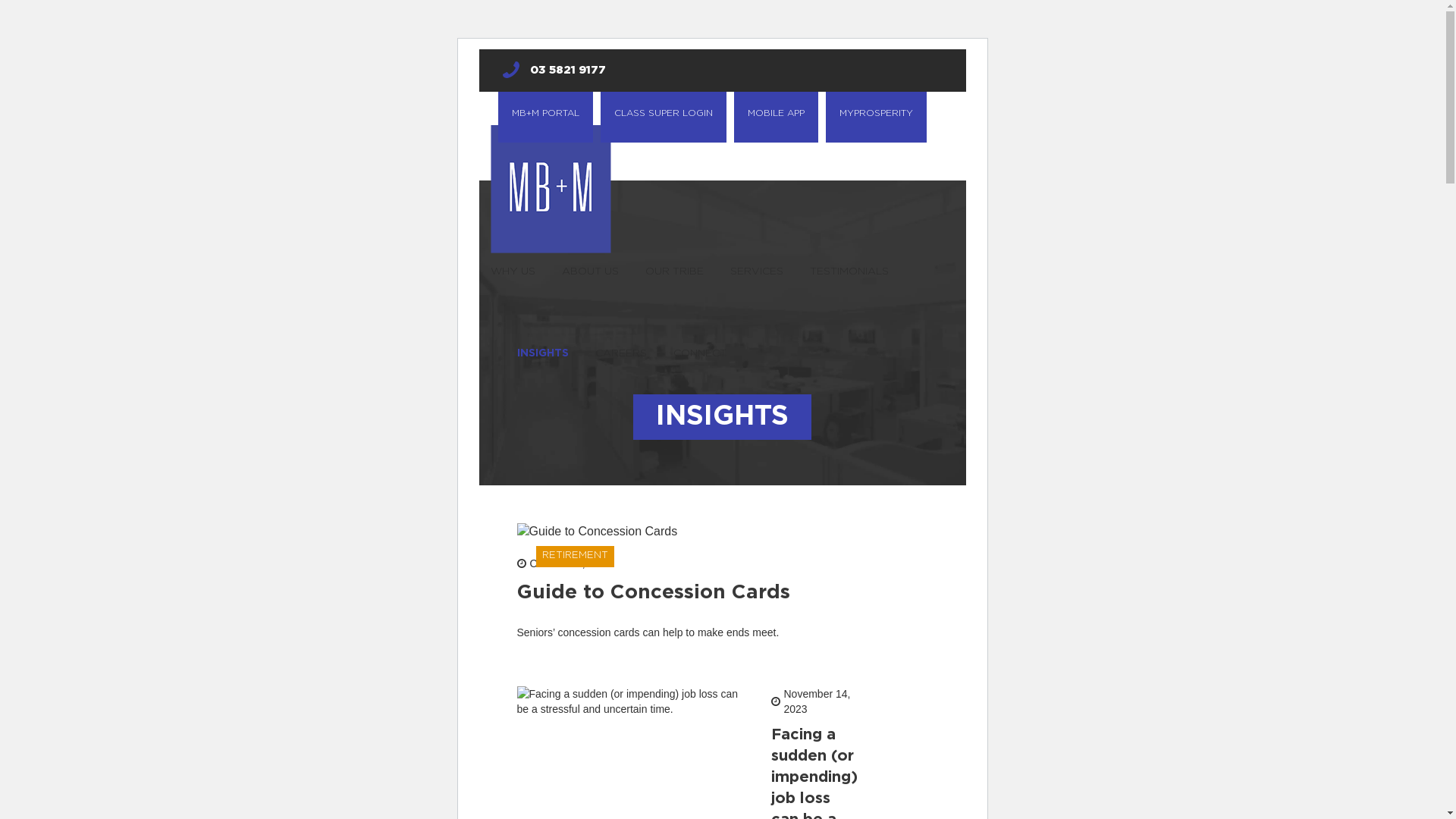  What do you see at coordinates (663, 116) in the screenshot?
I see `'CLASS SUPER LOGIN'` at bounding box center [663, 116].